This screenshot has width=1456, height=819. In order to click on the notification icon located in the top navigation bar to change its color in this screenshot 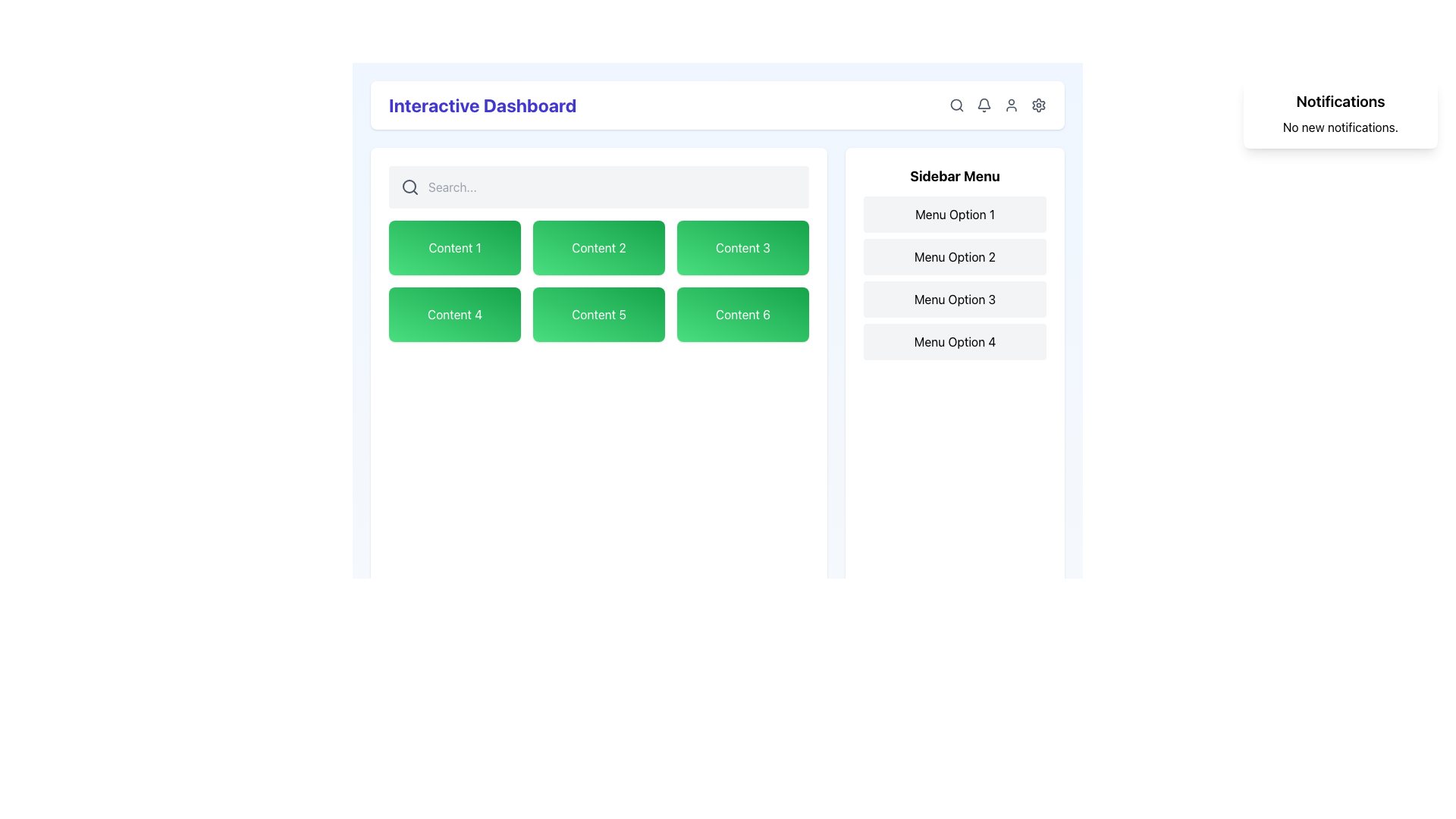, I will do `click(984, 104)`.